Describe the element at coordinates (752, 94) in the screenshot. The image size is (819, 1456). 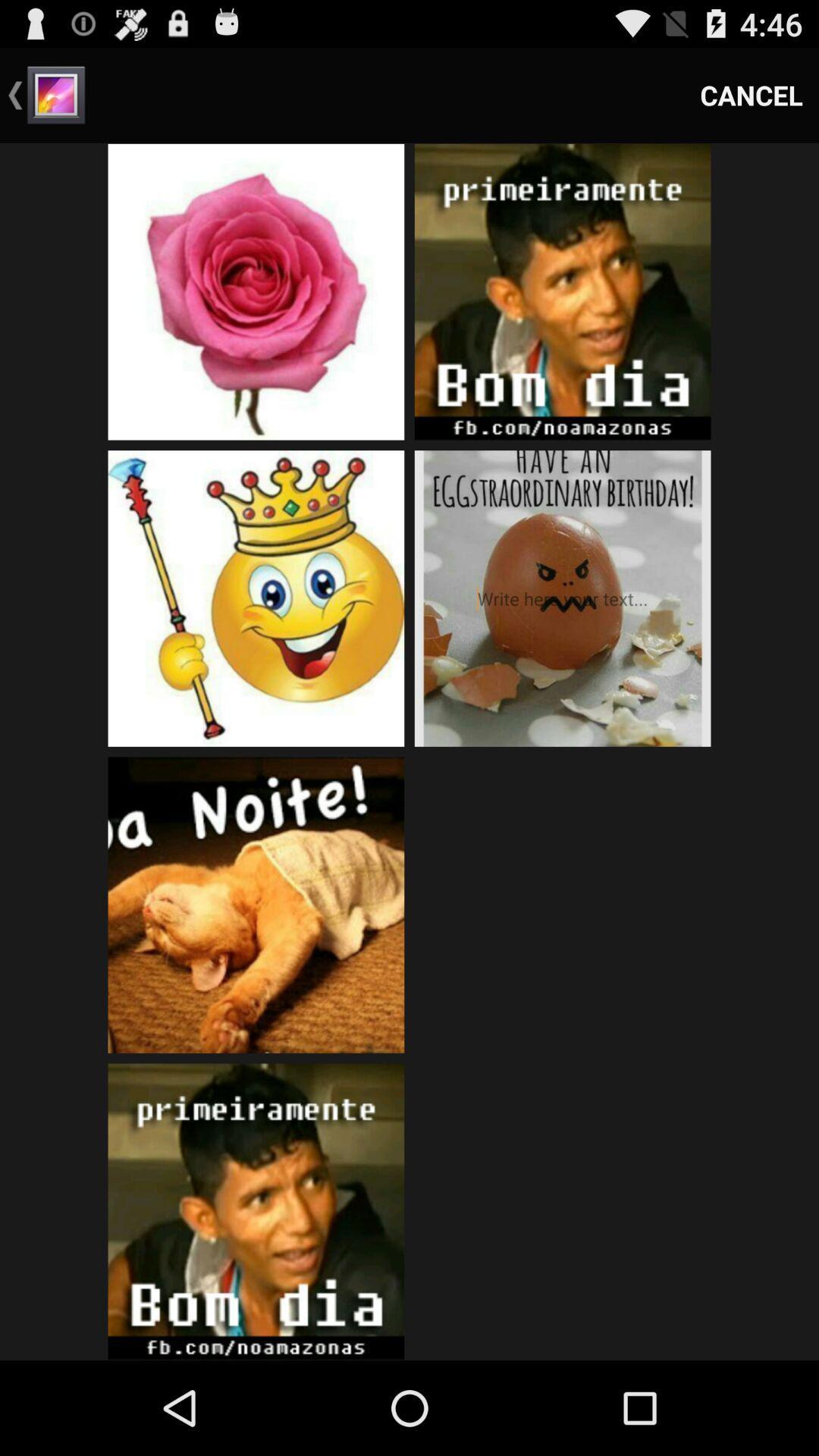
I see `the cancel item` at that location.